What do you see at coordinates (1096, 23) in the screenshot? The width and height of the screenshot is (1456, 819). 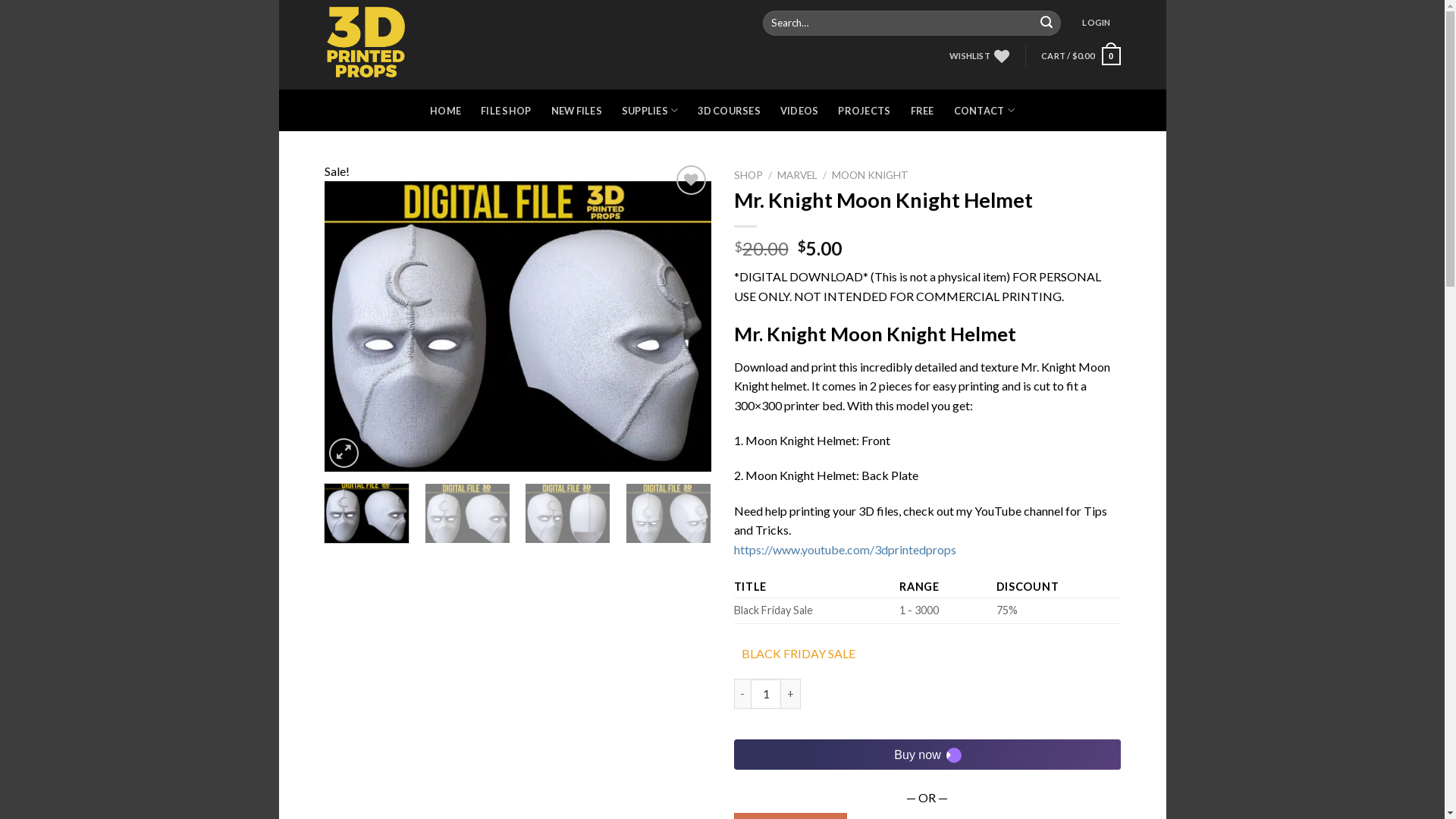 I see `'LOGIN'` at bounding box center [1096, 23].